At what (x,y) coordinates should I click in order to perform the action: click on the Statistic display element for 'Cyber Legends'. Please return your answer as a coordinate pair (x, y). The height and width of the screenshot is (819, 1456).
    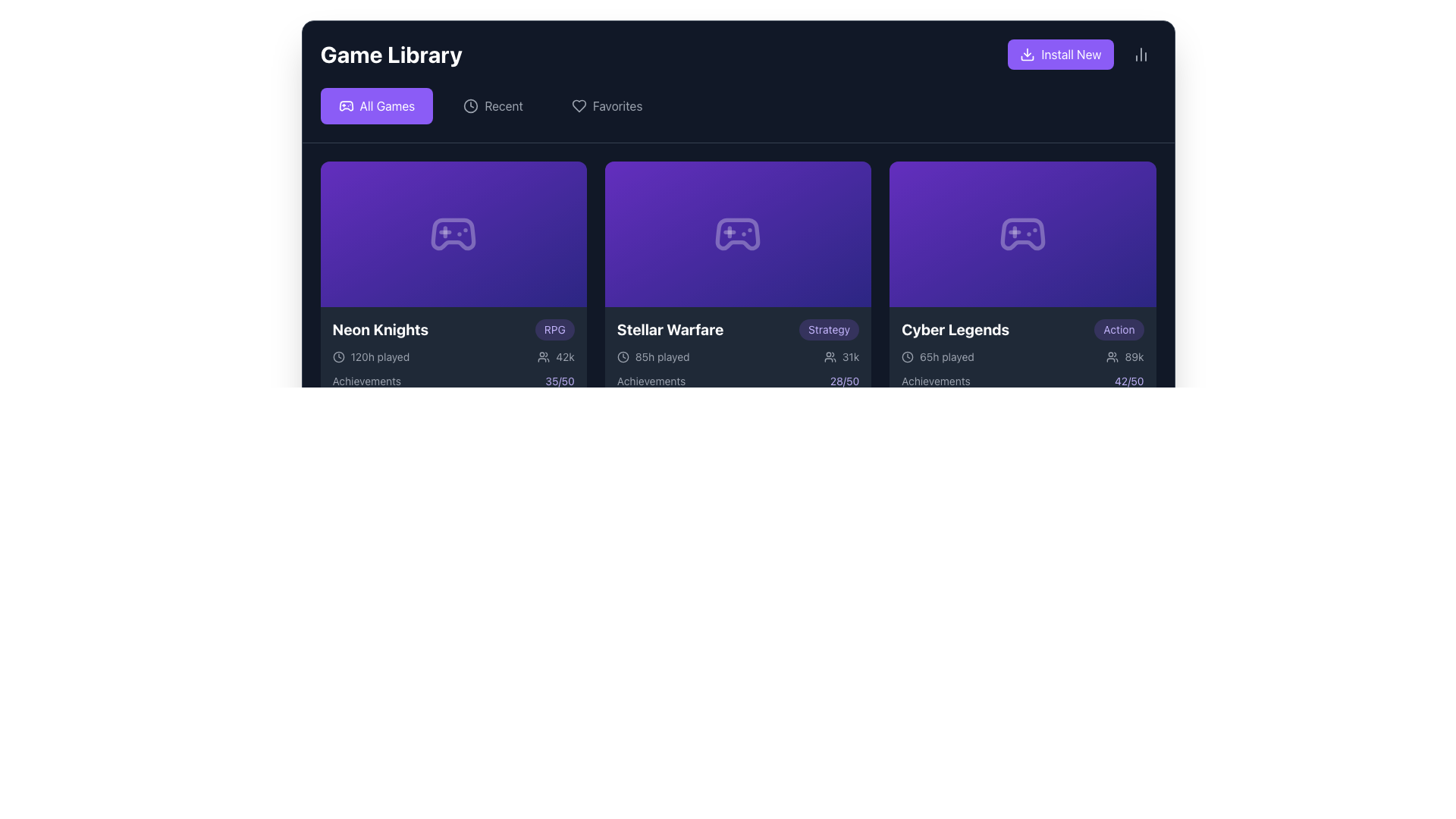
    Looking at the image, I should click on (1125, 356).